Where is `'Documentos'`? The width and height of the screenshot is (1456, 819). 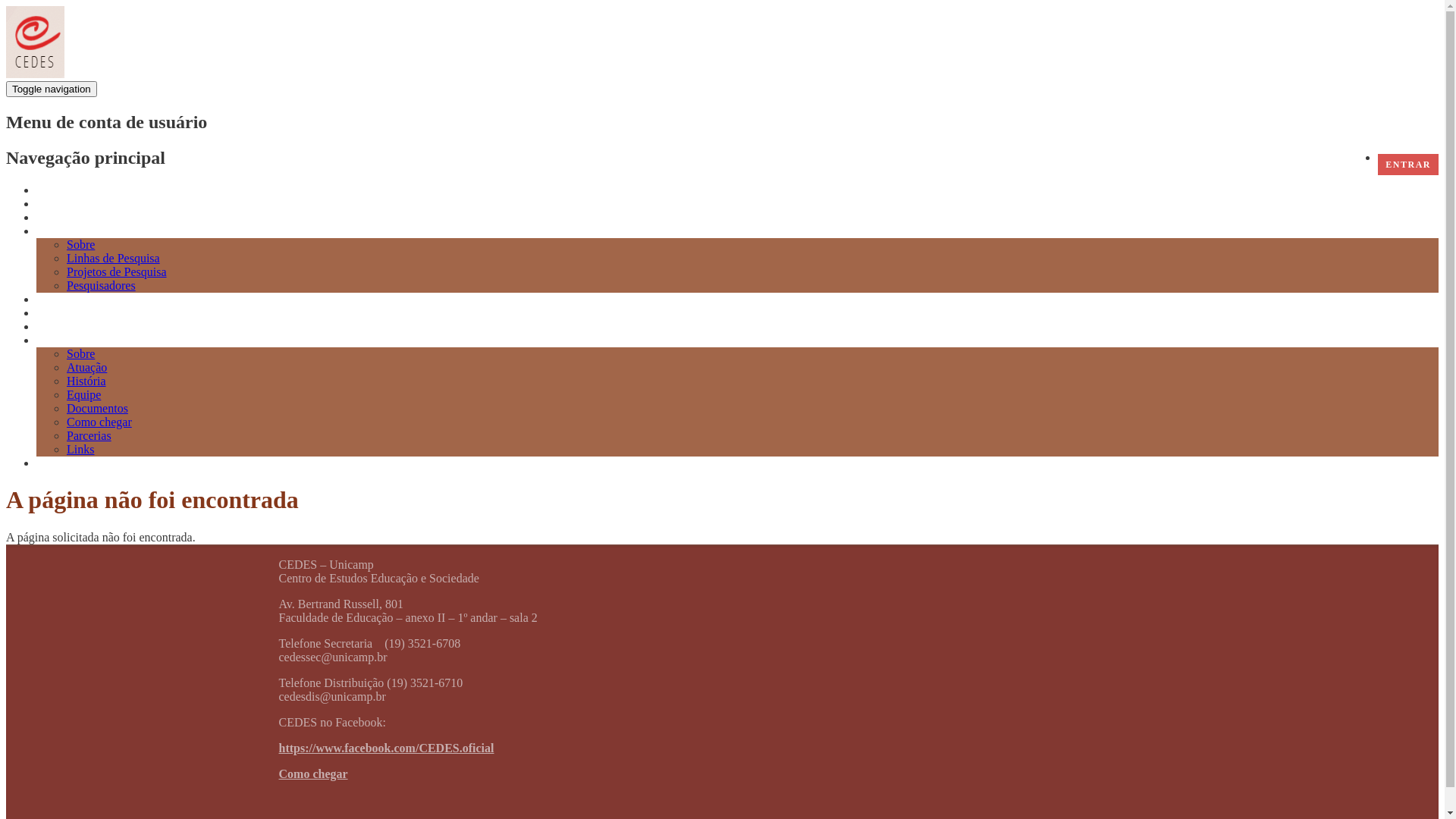
'Documentos' is located at coordinates (96, 407).